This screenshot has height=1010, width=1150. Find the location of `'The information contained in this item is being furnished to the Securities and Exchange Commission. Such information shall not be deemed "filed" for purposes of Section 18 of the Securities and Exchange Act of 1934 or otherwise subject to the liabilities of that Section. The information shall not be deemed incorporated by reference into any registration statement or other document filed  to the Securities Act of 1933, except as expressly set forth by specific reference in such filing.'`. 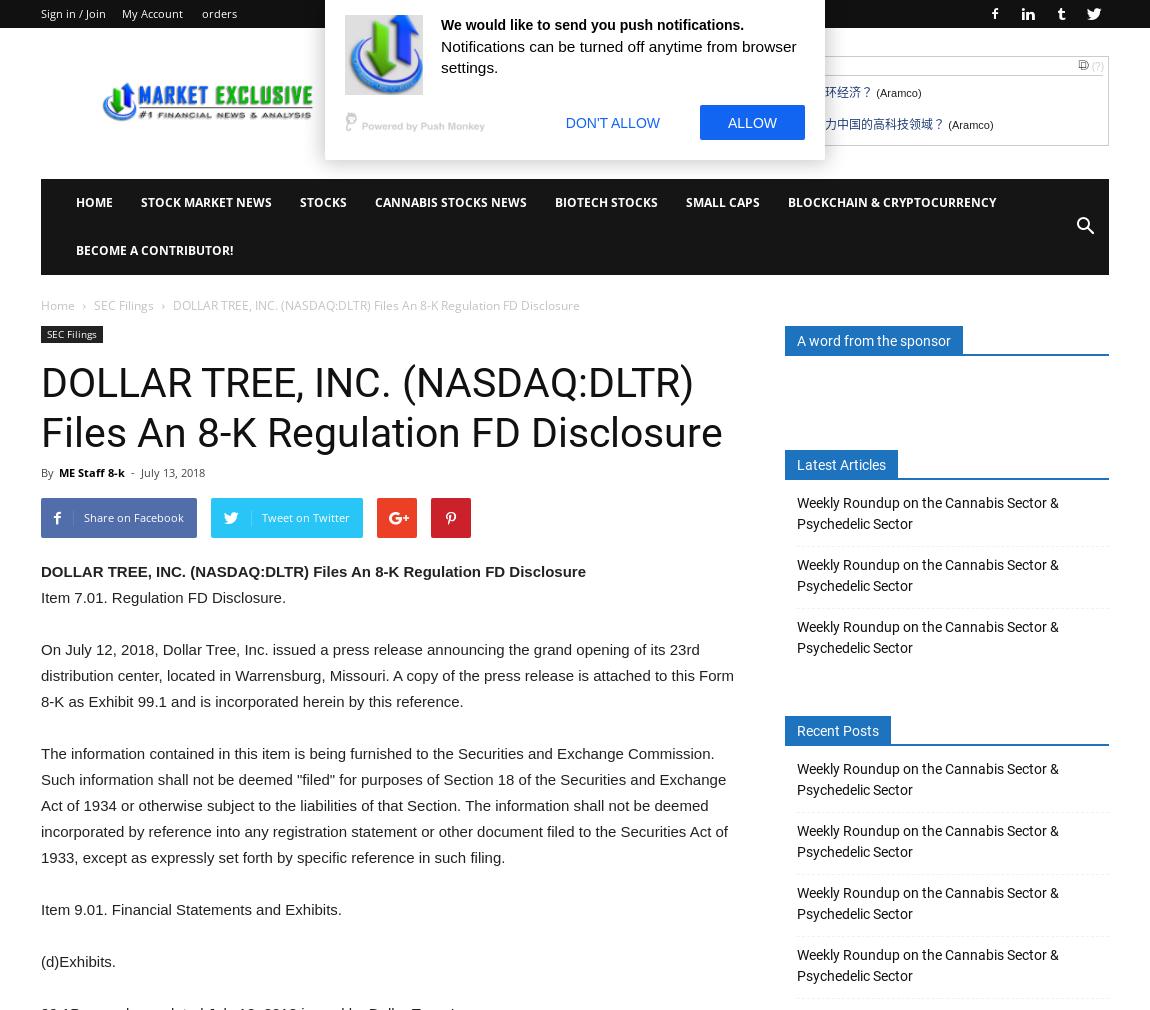

'The information contained in this item is being furnished to the Securities and Exchange Commission. Such information shall not be deemed "filed" for purposes of Section 18 of the Securities and Exchange Act of 1934 or otherwise subject to the liabilities of that Section. The information shall not be deemed incorporated by reference into any registration statement or other document filed  to the Securities Act of 1933, except as expressly set forth by specific reference in such filing.' is located at coordinates (384, 805).